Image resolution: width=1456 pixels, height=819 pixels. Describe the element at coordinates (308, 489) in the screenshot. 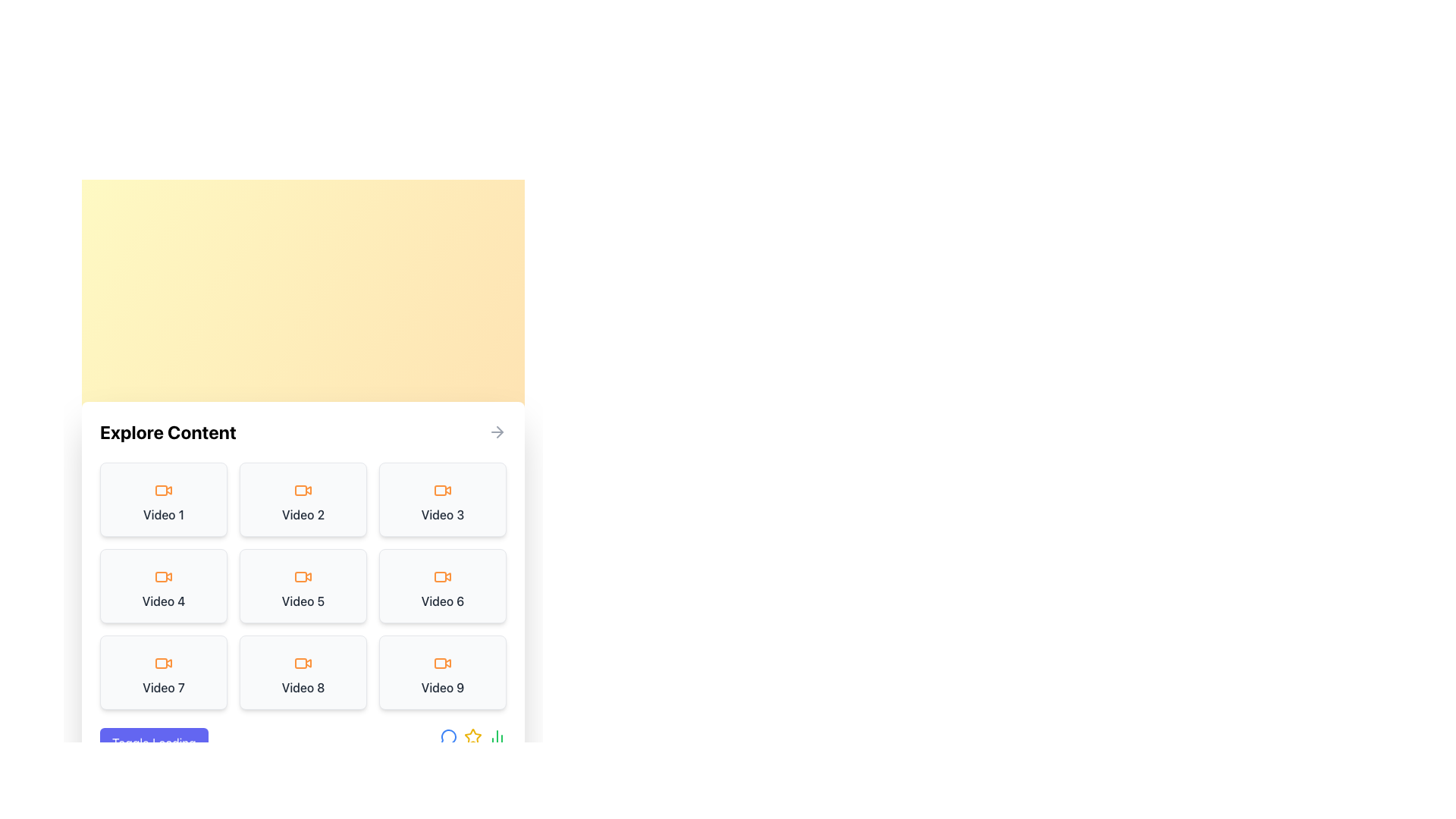

I see `the orange triangular video camera icon located within the 'Video 2' card in the 'Explore Content' section` at that location.